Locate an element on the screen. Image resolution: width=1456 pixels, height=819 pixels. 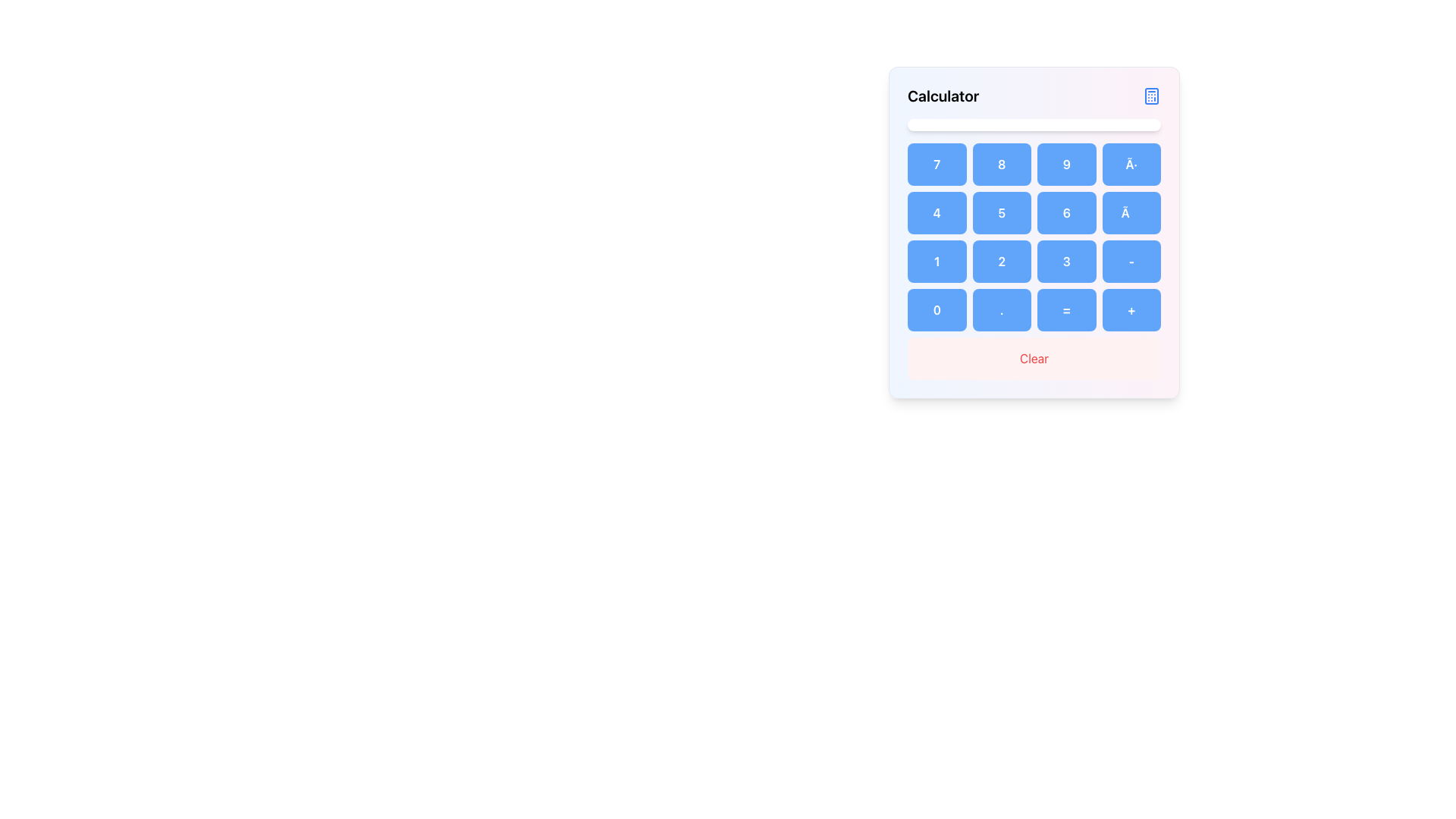
the blue button displaying the number '6' in white text, located in the second row and third column of the calculator layout, to input '6' is located at coordinates (1065, 213).